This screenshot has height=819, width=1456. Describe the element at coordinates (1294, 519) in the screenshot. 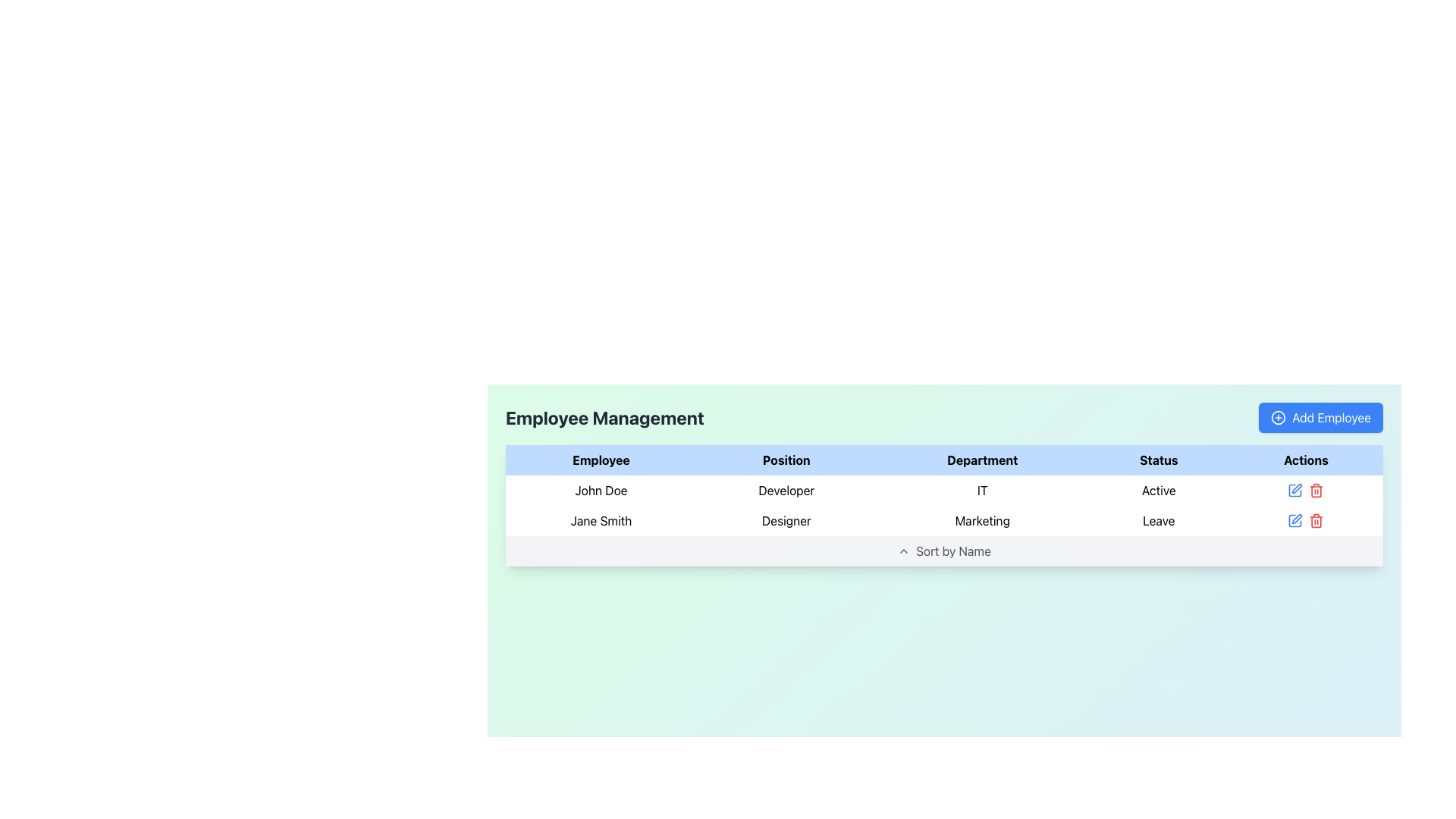

I see `the blue-colored edit icon in the Actions column of the second row to change its color to a darker shade of blue` at that location.